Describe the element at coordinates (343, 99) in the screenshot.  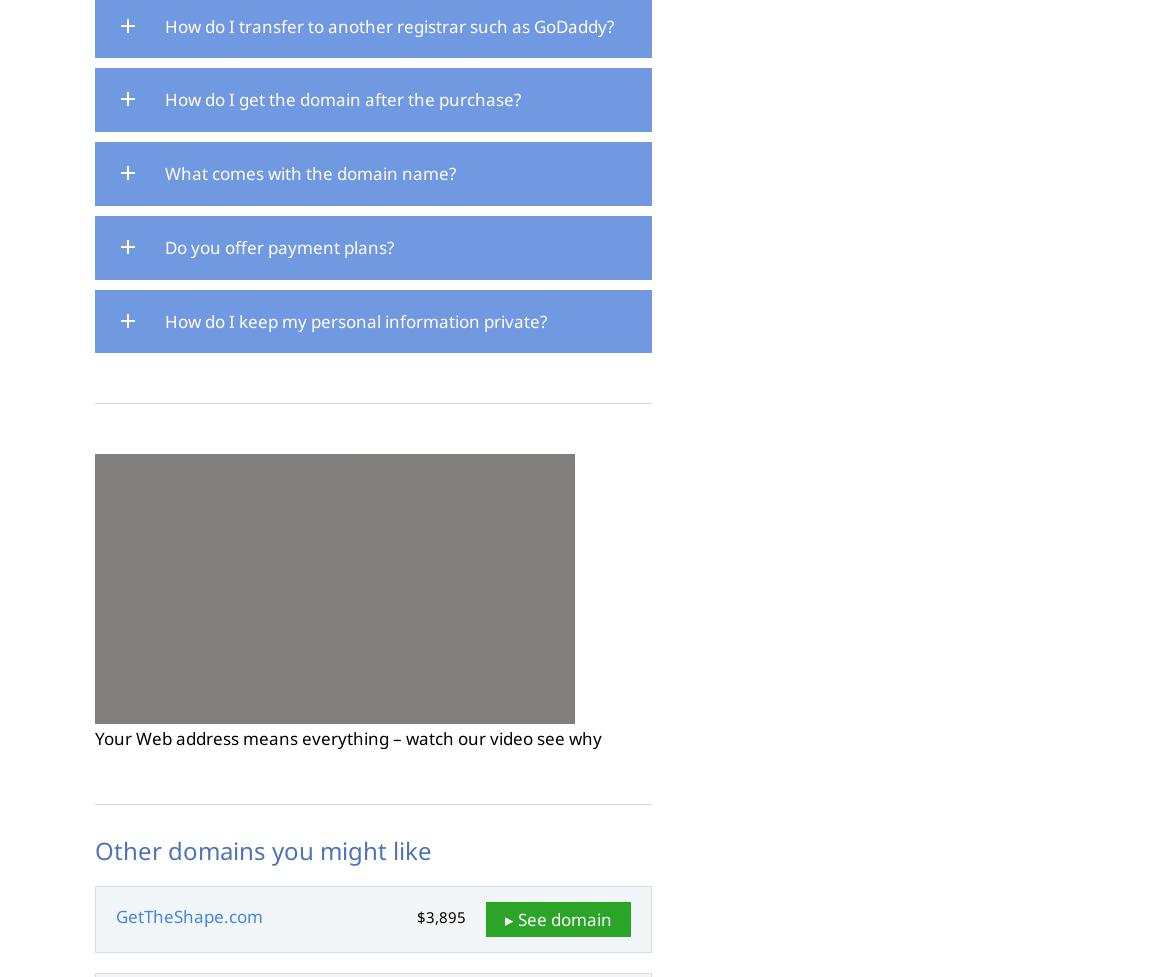
I see `'How do I get the domain after the purchase?'` at that location.